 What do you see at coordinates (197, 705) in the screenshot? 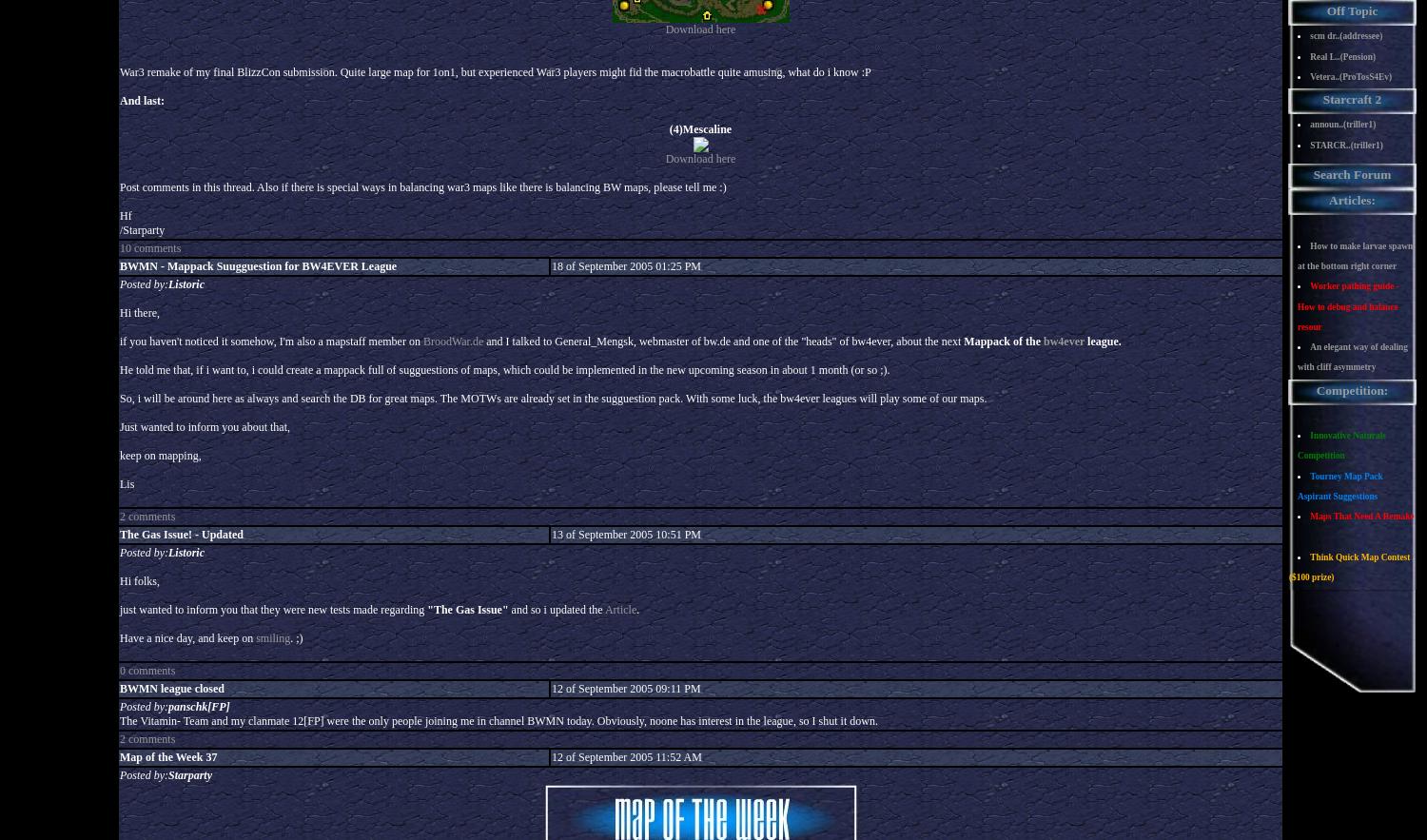
I see `'panschk[FP]'` at bounding box center [197, 705].